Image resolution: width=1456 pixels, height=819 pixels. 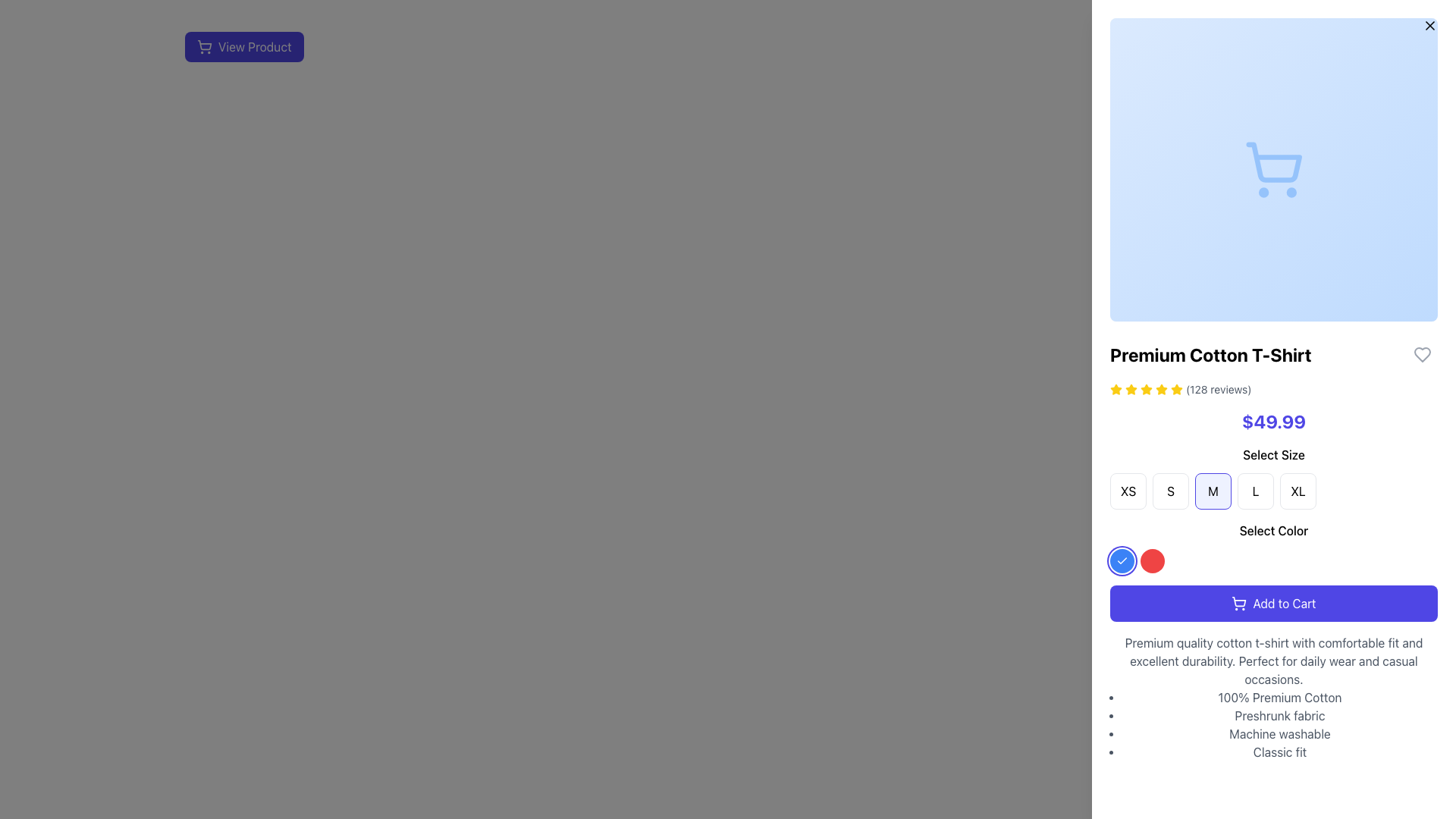 I want to click on product title 'Premium Cotton T-Shirt' from the Product title section with an interactive heart icon located at the top-right of the product details section, so click(x=1274, y=354).